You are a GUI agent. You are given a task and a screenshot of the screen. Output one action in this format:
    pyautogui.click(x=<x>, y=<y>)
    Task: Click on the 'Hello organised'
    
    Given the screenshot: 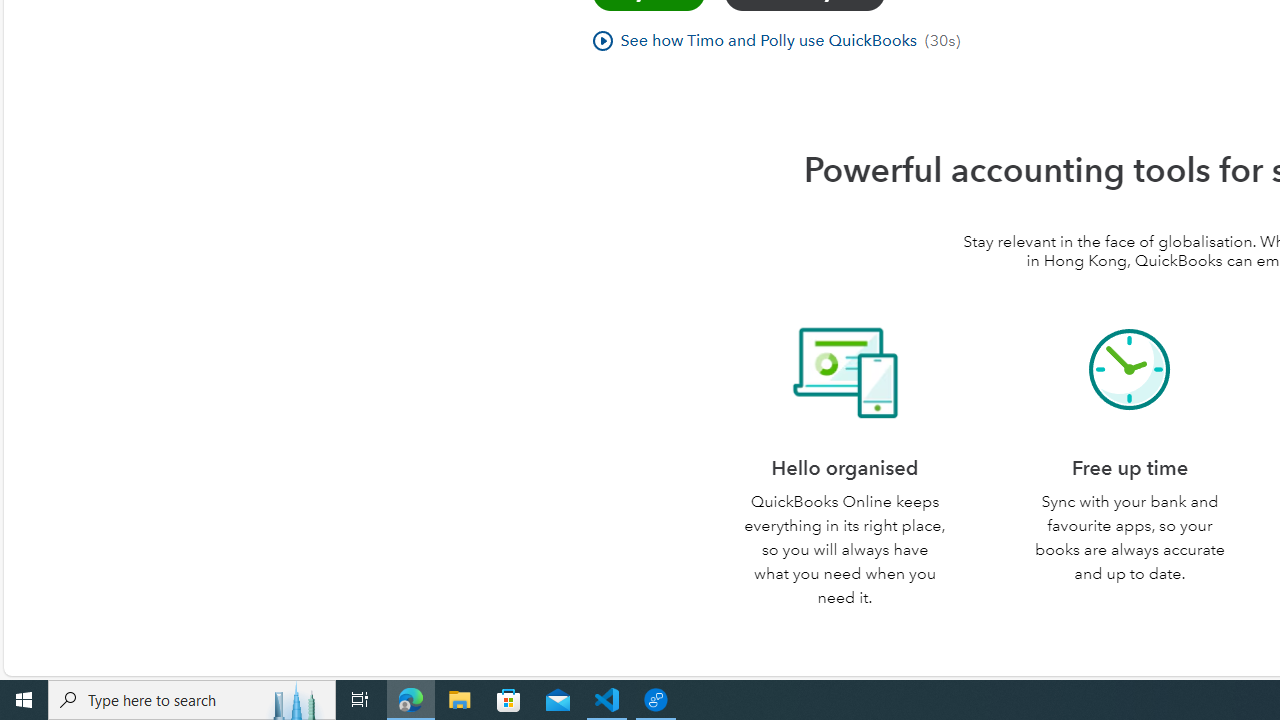 What is the action you would take?
    pyautogui.click(x=844, y=370)
    